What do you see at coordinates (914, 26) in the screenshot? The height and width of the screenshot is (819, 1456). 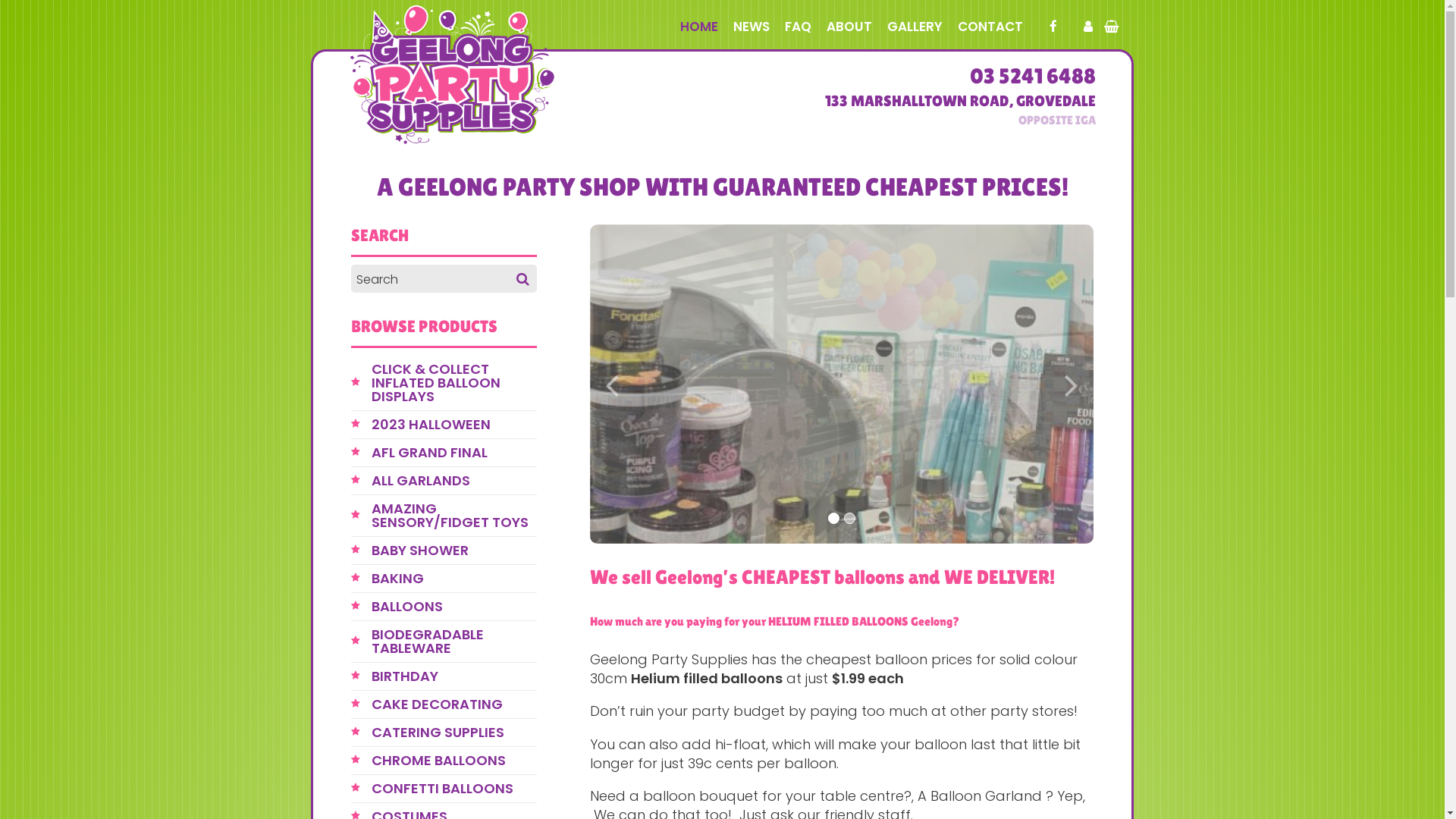 I see `'GALLERY'` at bounding box center [914, 26].